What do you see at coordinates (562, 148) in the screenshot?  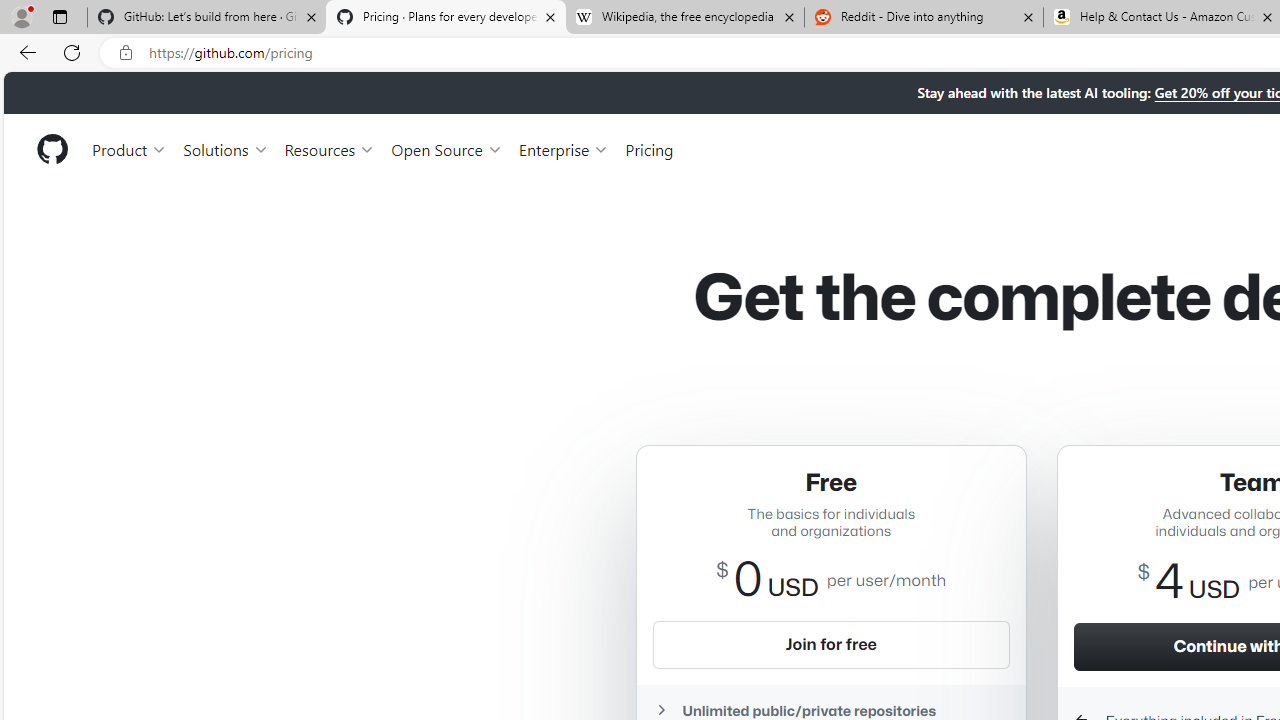 I see `'Enterprise'` at bounding box center [562, 148].